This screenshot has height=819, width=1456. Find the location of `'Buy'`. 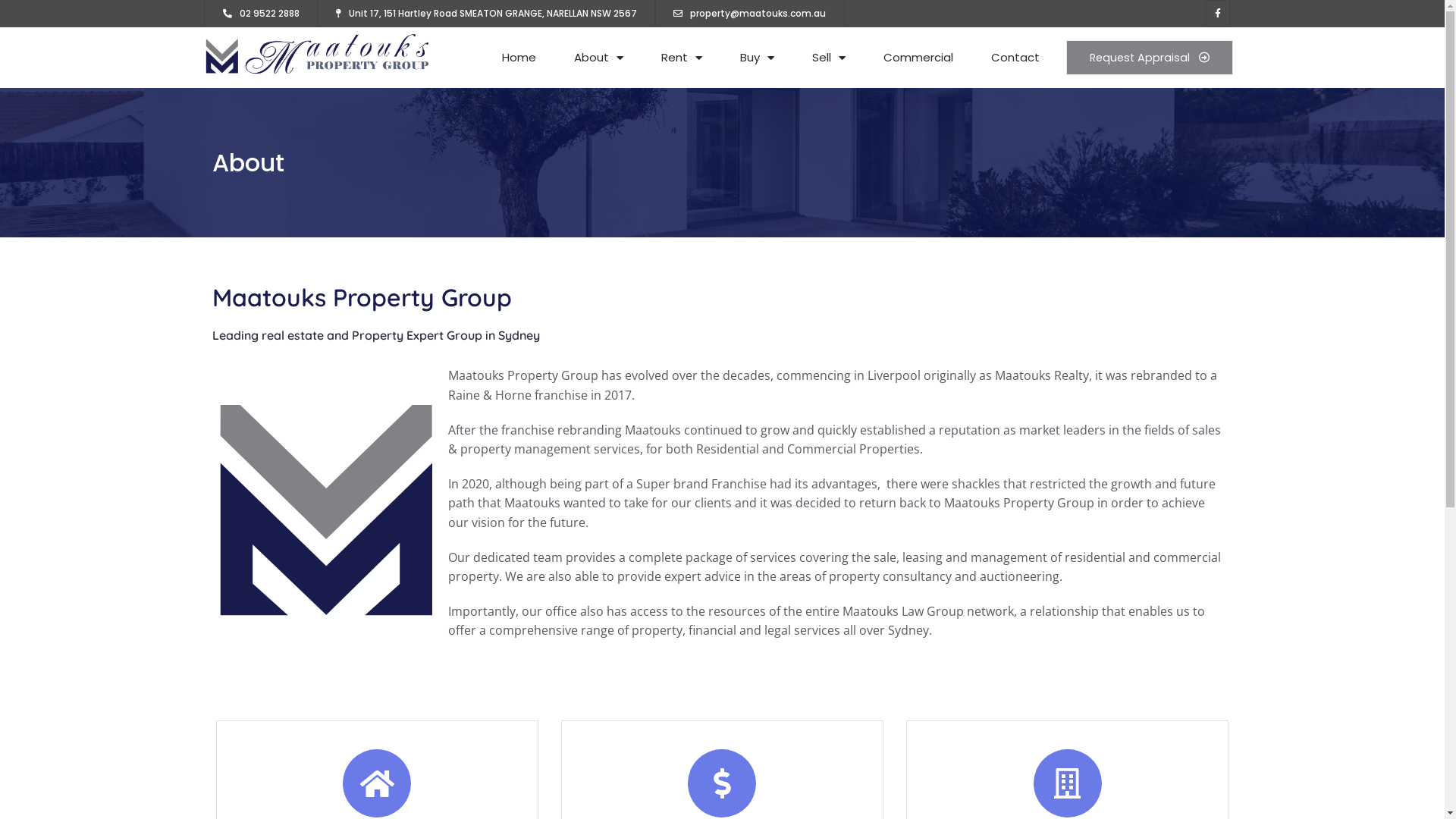

'Buy' is located at coordinates (757, 57).